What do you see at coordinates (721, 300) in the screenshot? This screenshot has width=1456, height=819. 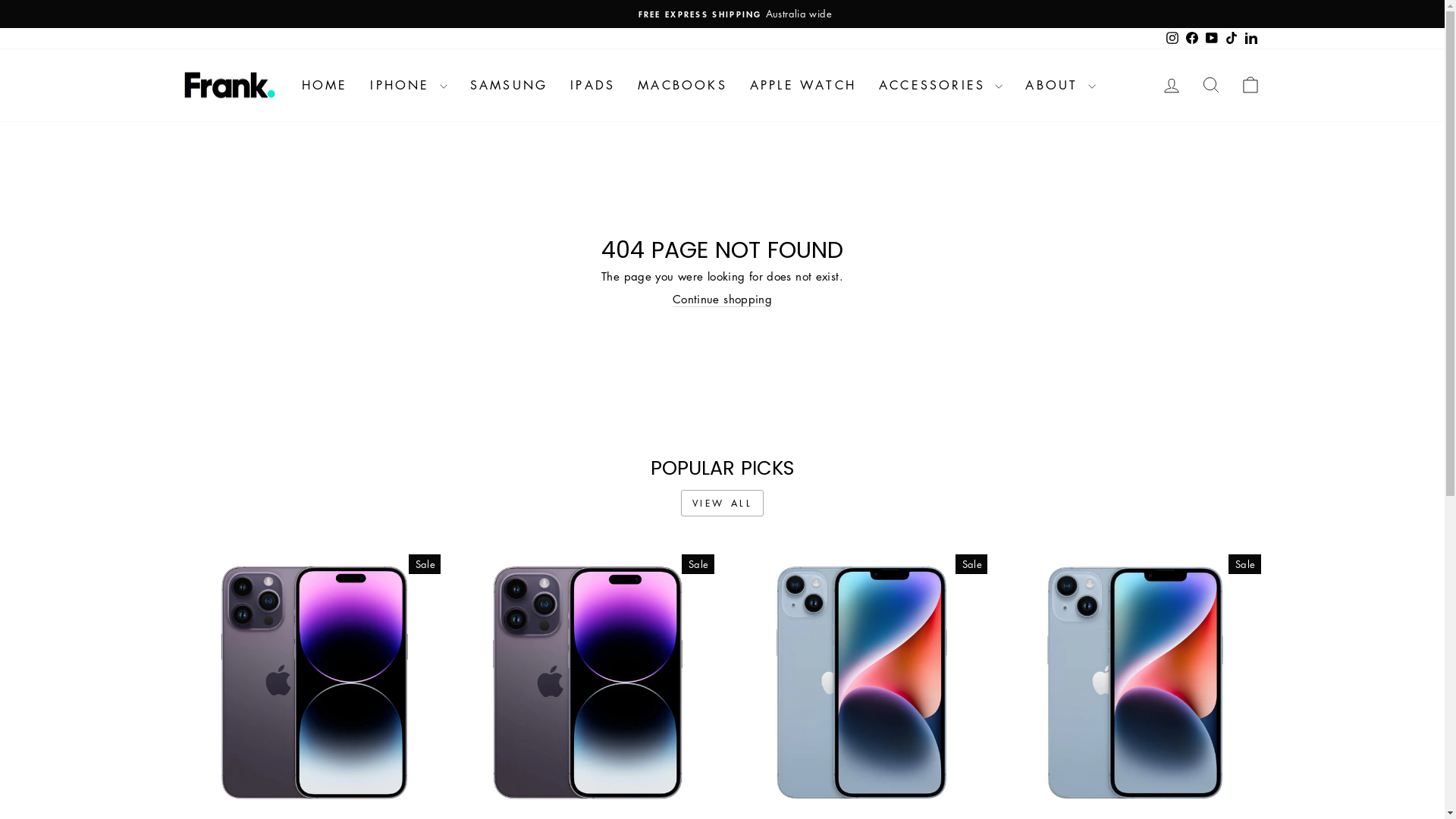 I see `'Continue shopping'` at bounding box center [721, 300].